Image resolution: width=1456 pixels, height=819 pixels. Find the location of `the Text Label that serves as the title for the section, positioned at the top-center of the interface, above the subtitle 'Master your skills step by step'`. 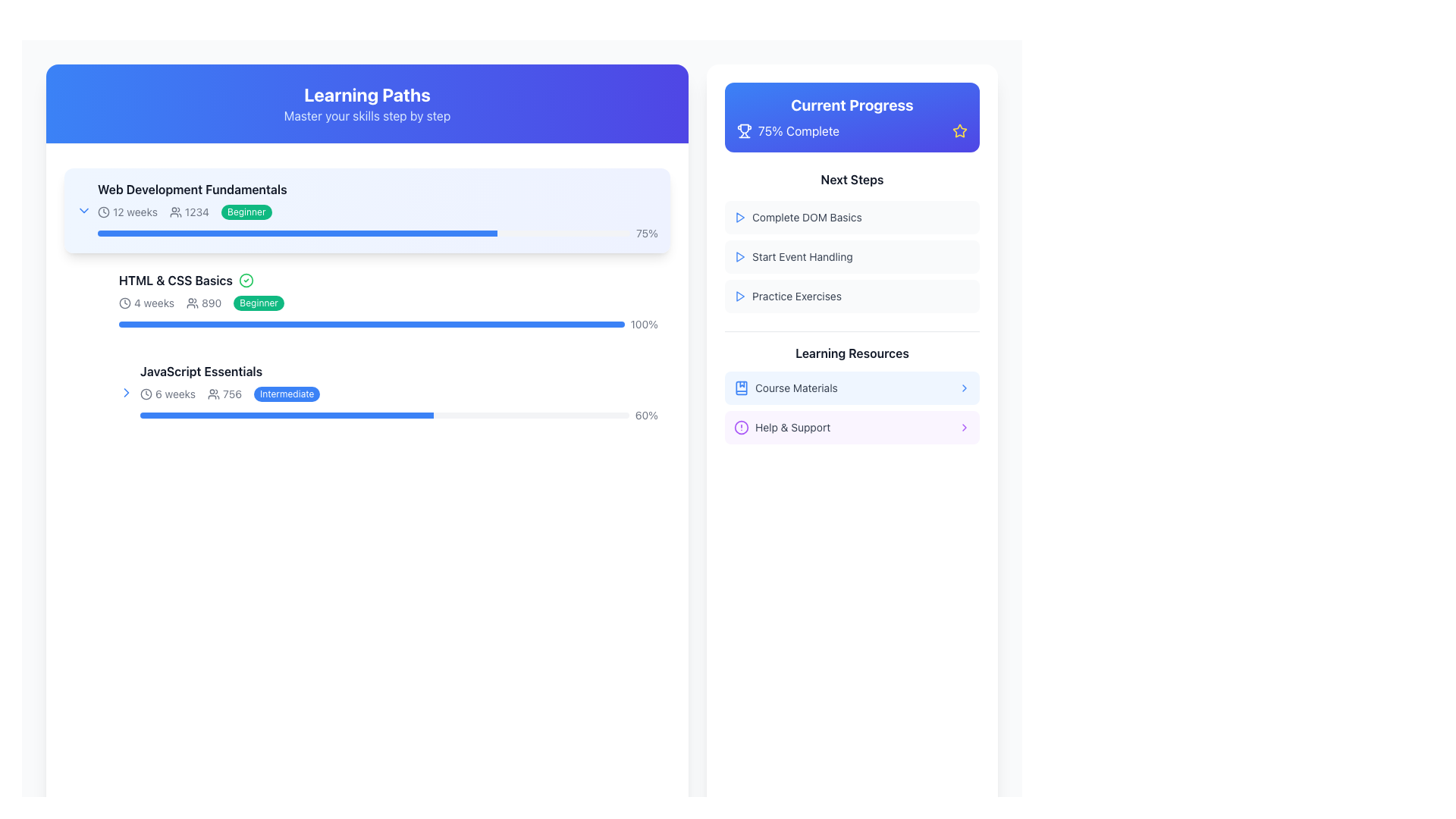

the Text Label that serves as the title for the section, positioned at the top-center of the interface, above the subtitle 'Master your skills step by step' is located at coordinates (367, 94).